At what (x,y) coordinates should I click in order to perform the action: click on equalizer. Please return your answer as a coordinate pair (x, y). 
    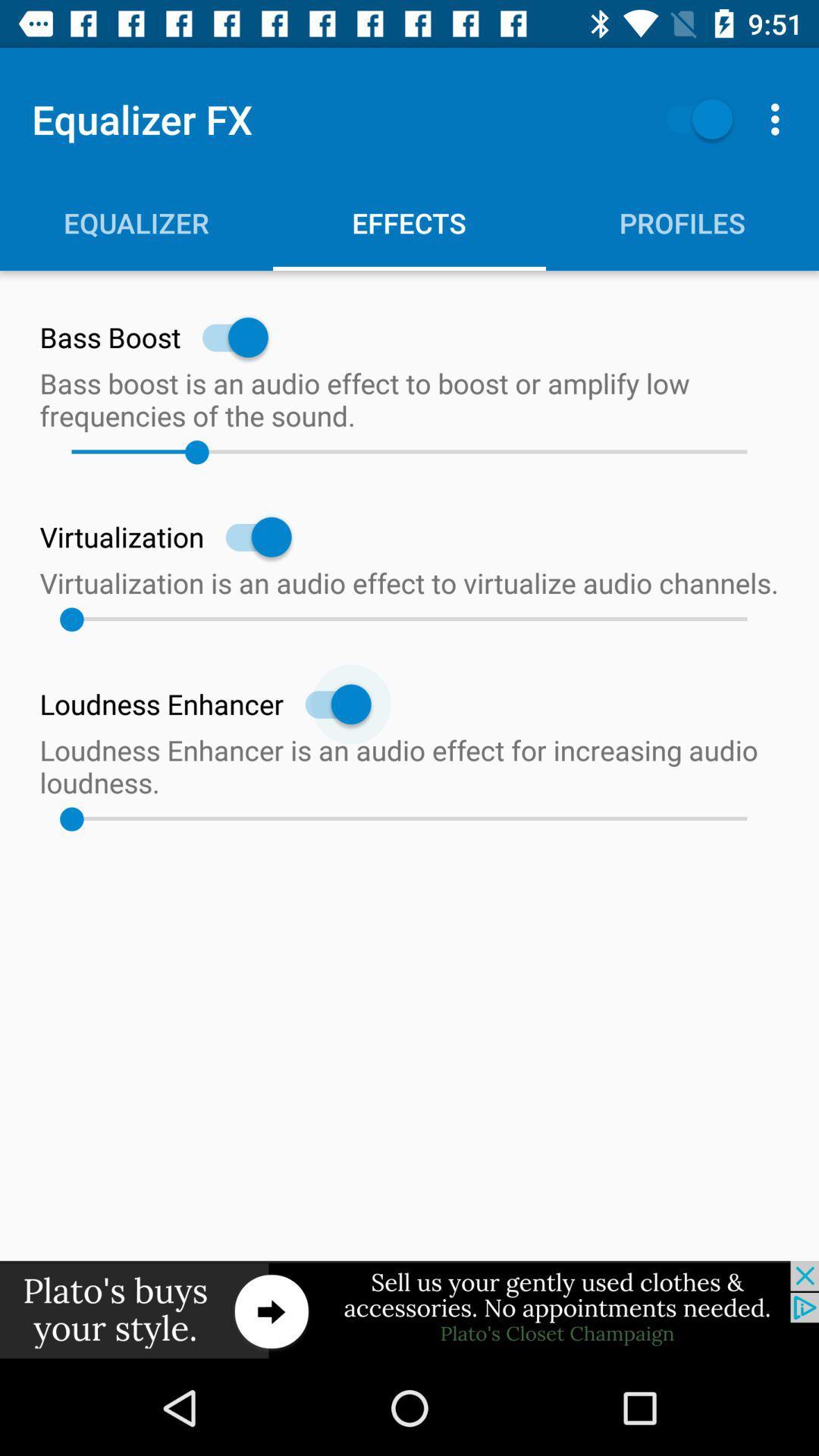
    Looking at the image, I should click on (692, 118).